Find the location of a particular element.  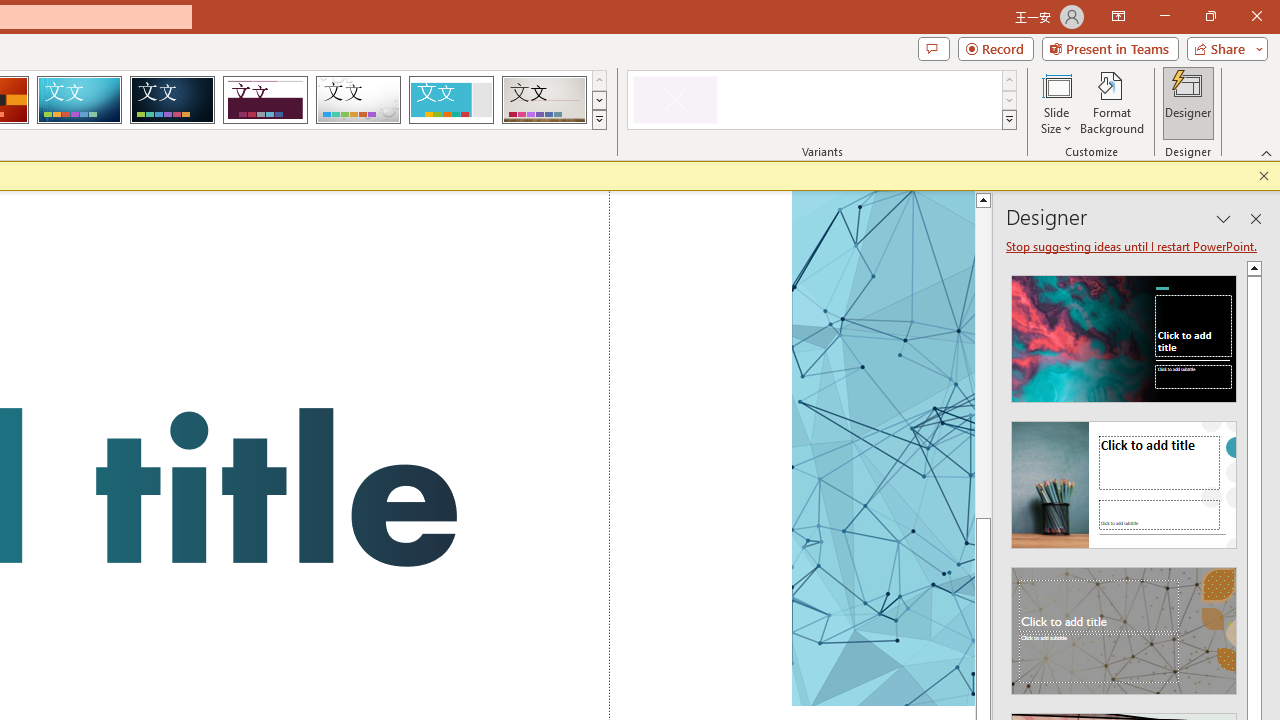

'Format Background' is located at coordinates (1111, 103).